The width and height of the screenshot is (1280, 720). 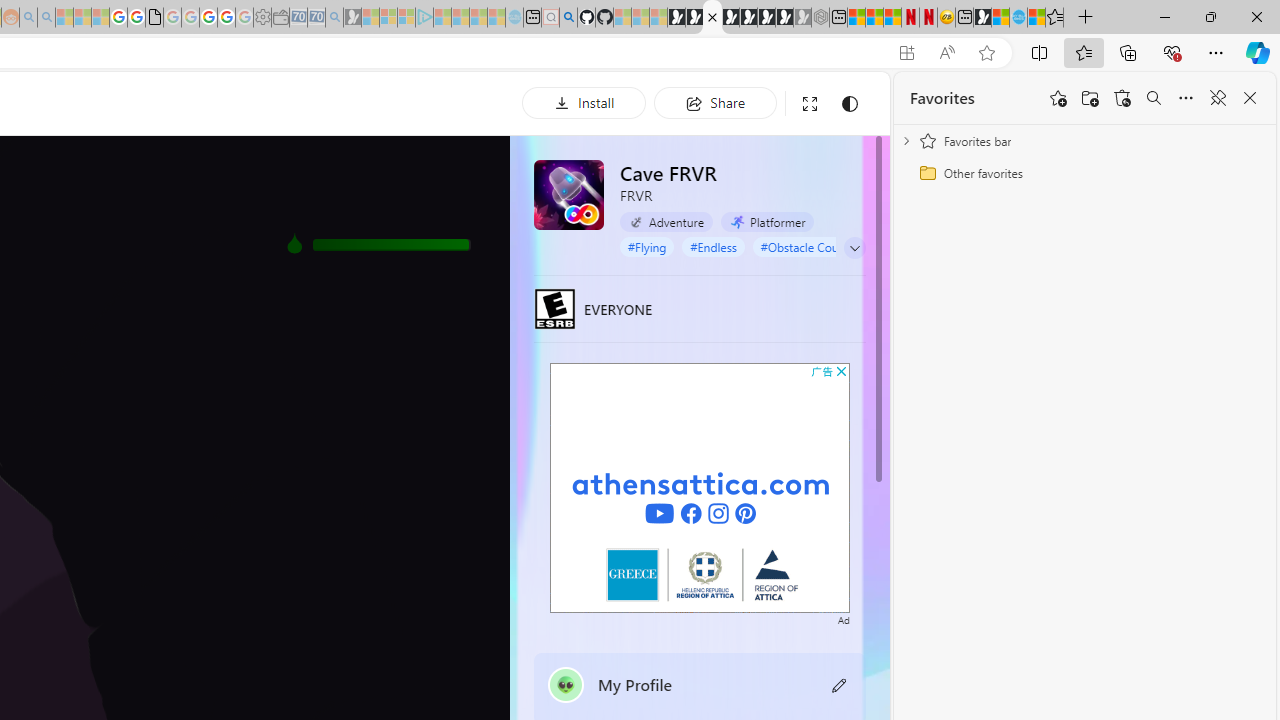 I want to click on 'Play Cave FRVR in your browser | Games from Microsoft Start', so click(x=712, y=17).